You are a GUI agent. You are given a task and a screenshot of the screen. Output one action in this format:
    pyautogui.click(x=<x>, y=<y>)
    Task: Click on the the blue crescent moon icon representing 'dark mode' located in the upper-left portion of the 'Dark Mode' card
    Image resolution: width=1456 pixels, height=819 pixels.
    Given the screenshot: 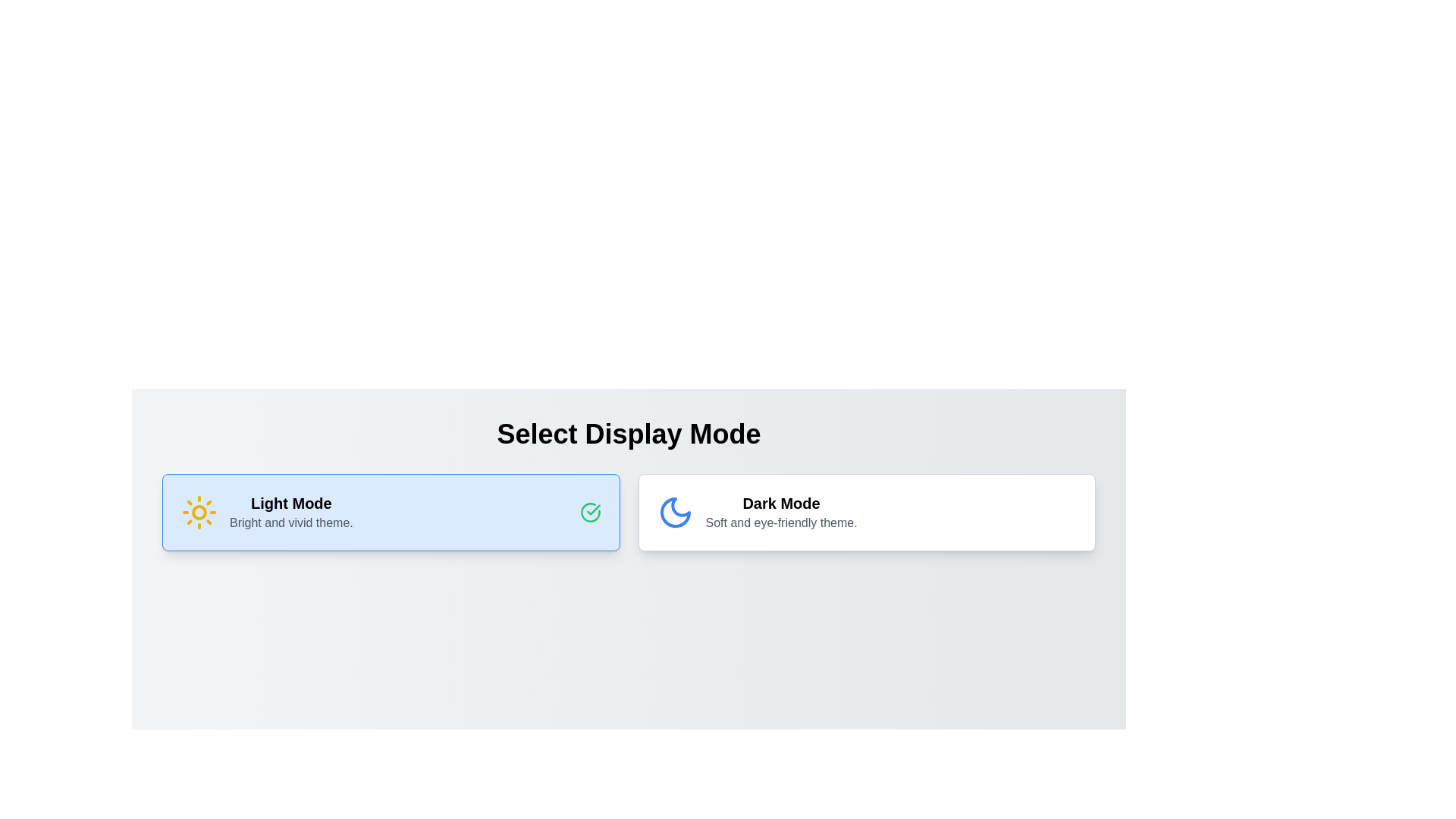 What is the action you would take?
    pyautogui.click(x=674, y=512)
    